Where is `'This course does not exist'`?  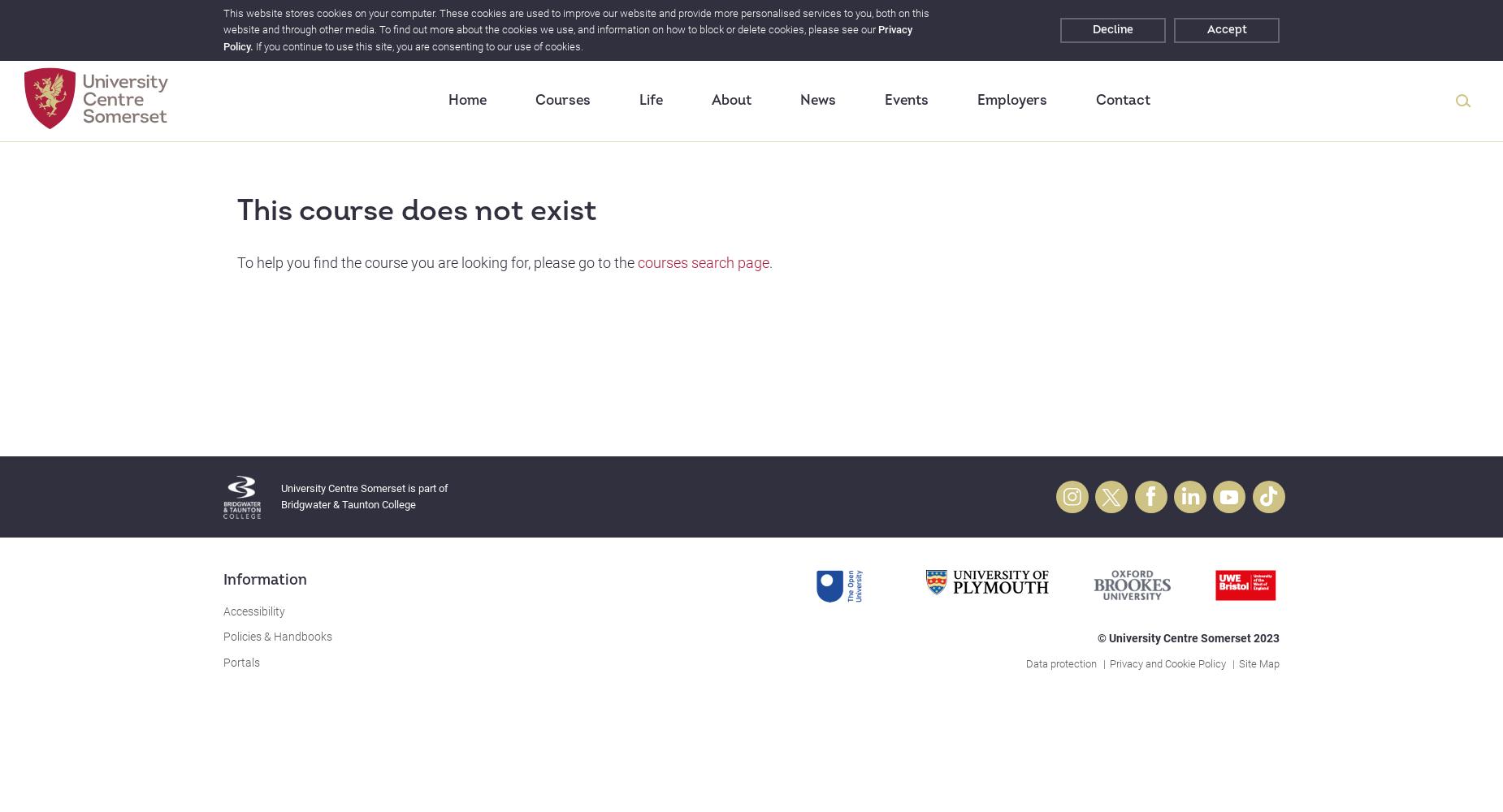 'This course does not exist' is located at coordinates (417, 210).